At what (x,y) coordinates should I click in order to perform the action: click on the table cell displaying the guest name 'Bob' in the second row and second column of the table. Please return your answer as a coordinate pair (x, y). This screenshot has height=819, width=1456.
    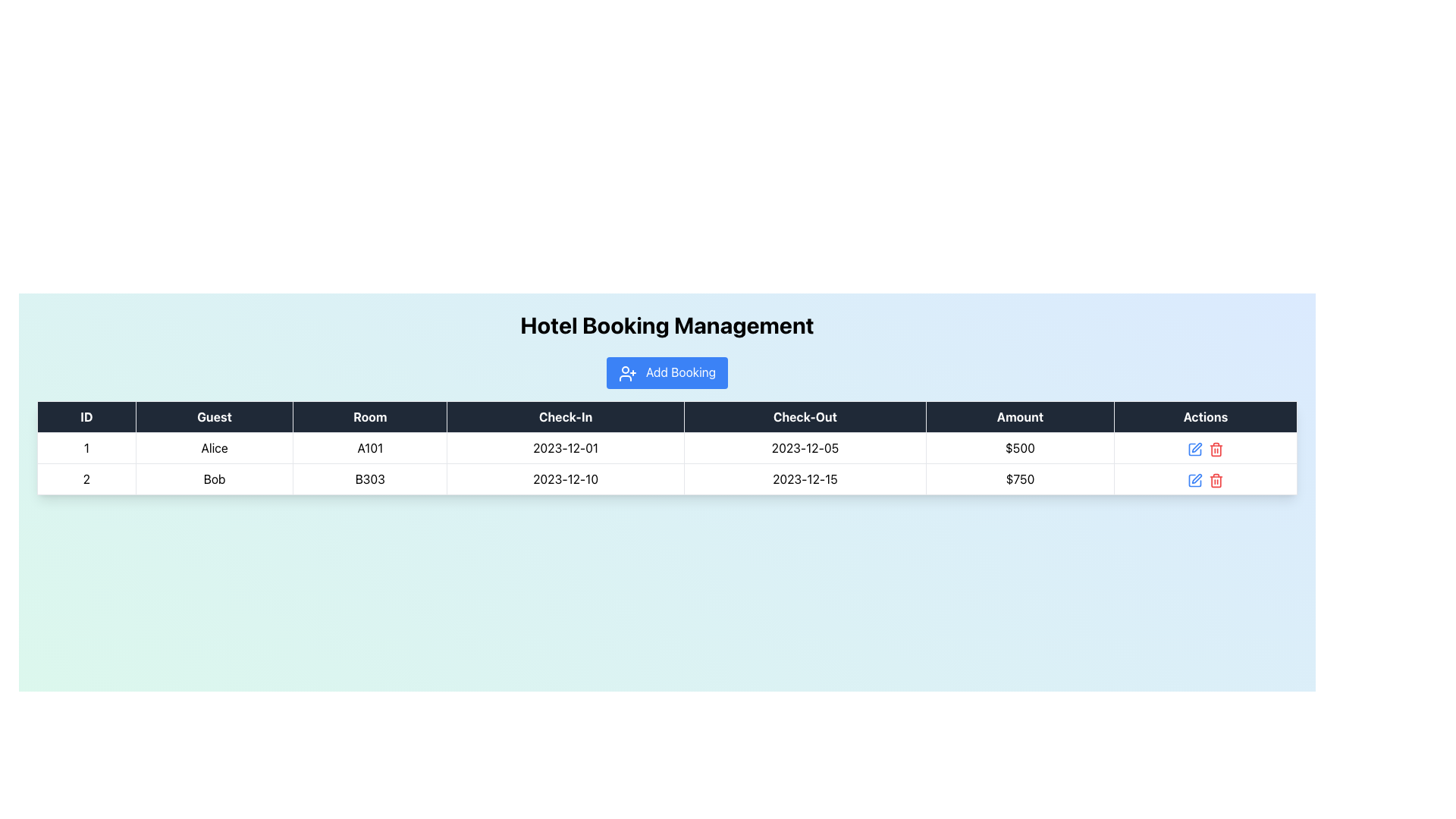
    Looking at the image, I should click on (214, 479).